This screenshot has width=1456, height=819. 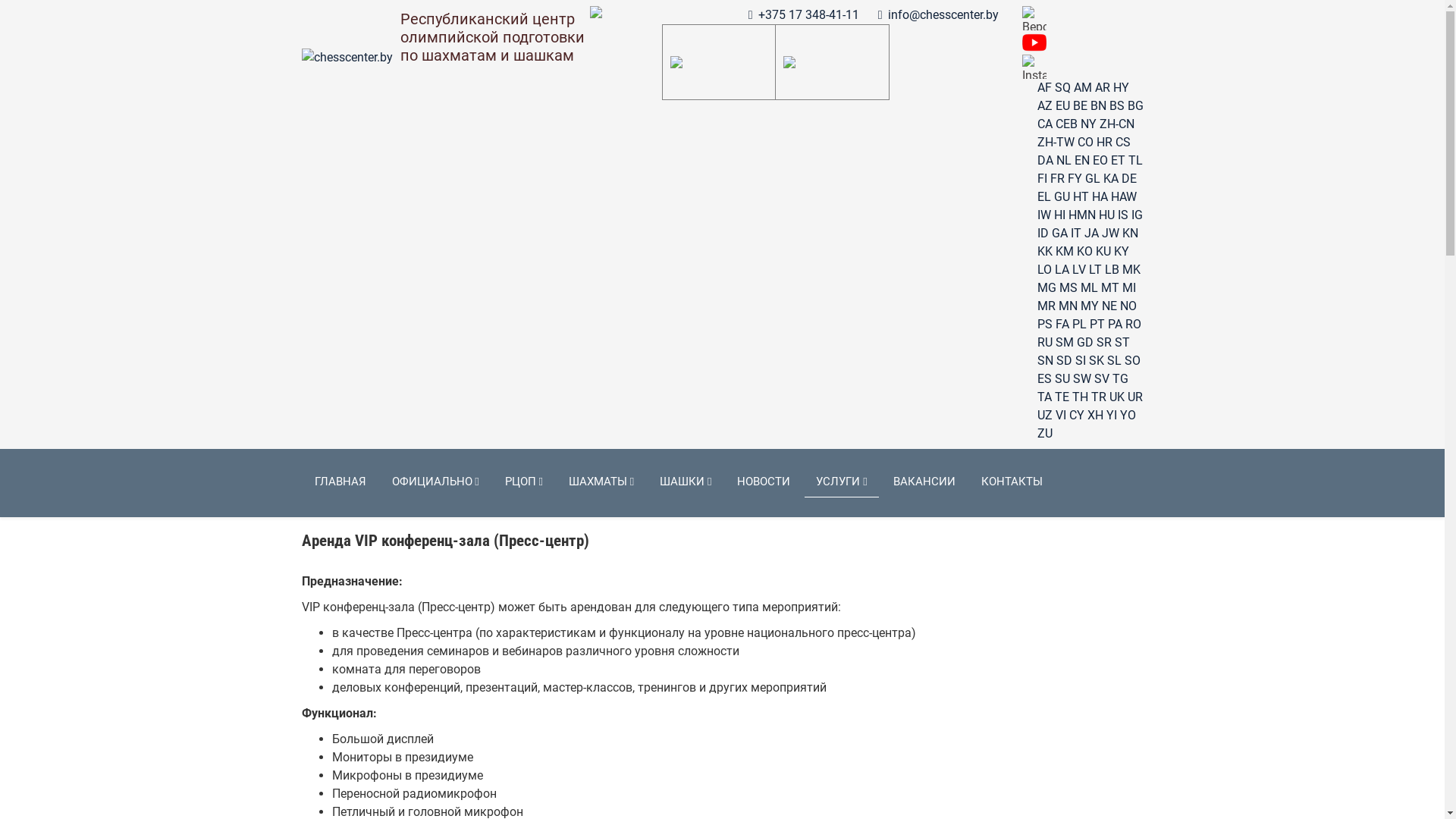 What do you see at coordinates (1061, 378) in the screenshot?
I see `'SU'` at bounding box center [1061, 378].